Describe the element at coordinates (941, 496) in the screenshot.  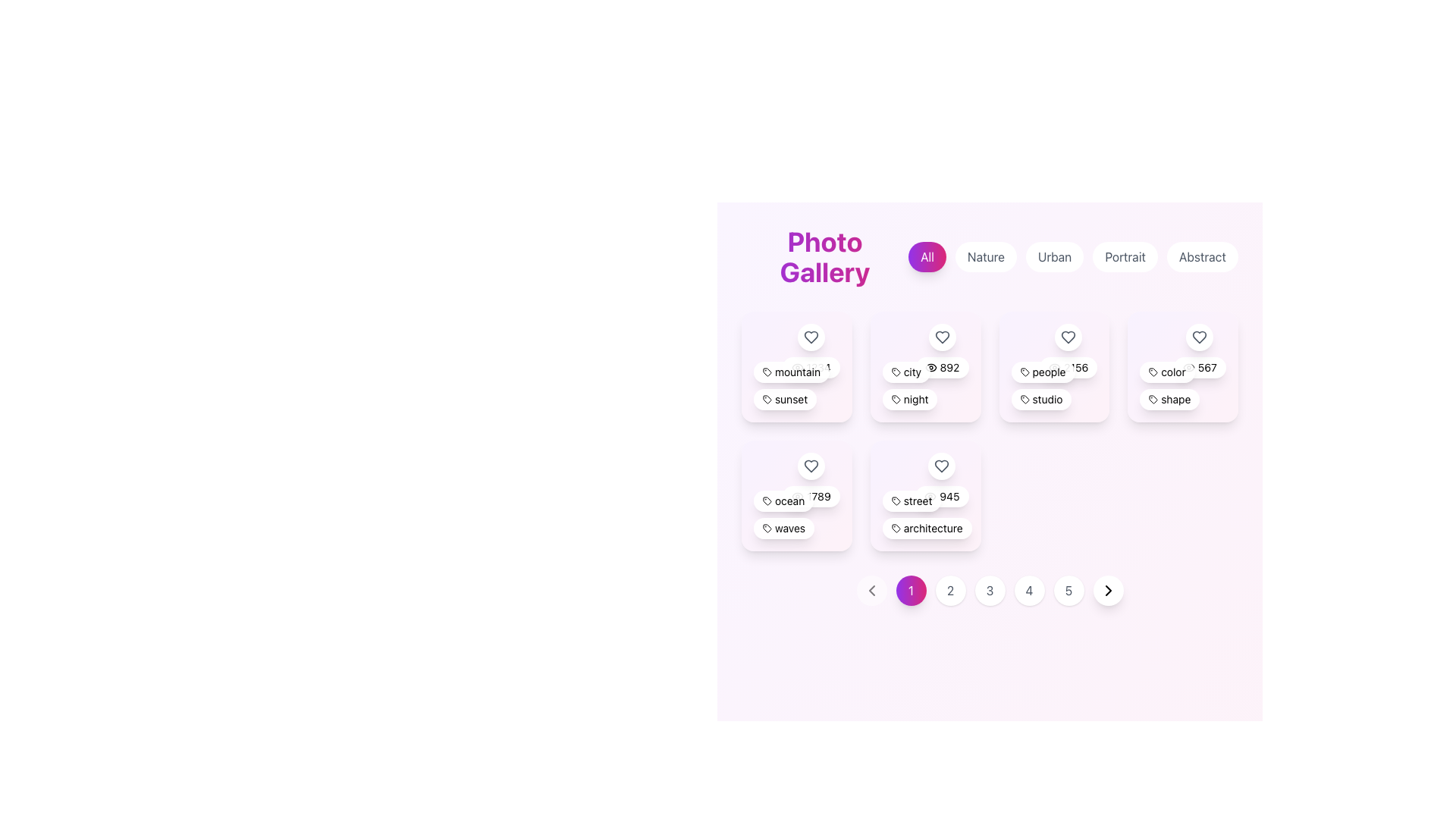
I see `view count displayed on the badge or label located in the 'street' category box, positioned below 'city' and next to 'architecture'` at that location.